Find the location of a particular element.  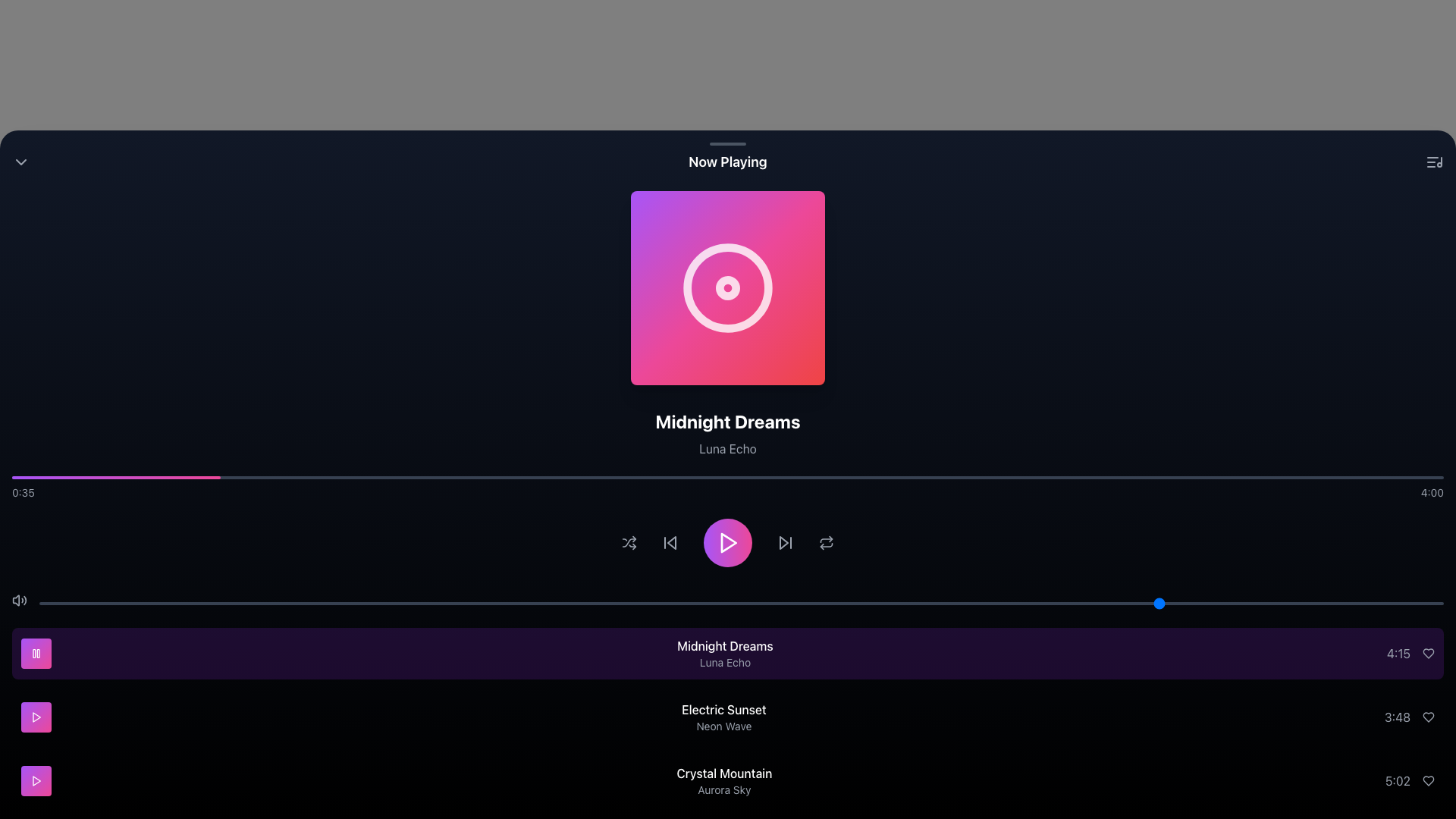

the 'Play' icon, which is the third square button in the playback control panel on the left side of the audio player interface is located at coordinates (36, 717).